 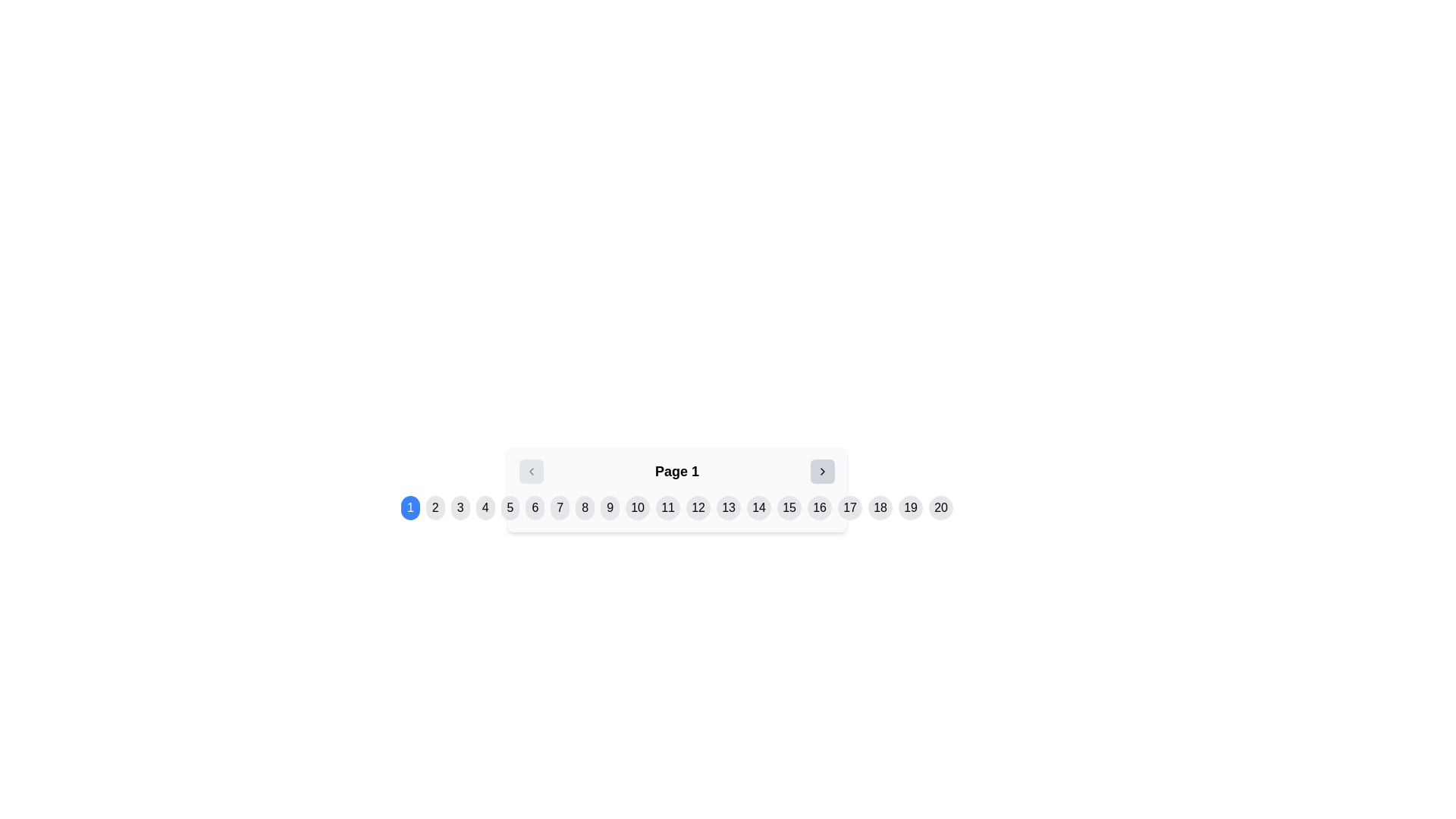 What do you see at coordinates (850, 508) in the screenshot?
I see `the circular button labeled '17'` at bounding box center [850, 508].